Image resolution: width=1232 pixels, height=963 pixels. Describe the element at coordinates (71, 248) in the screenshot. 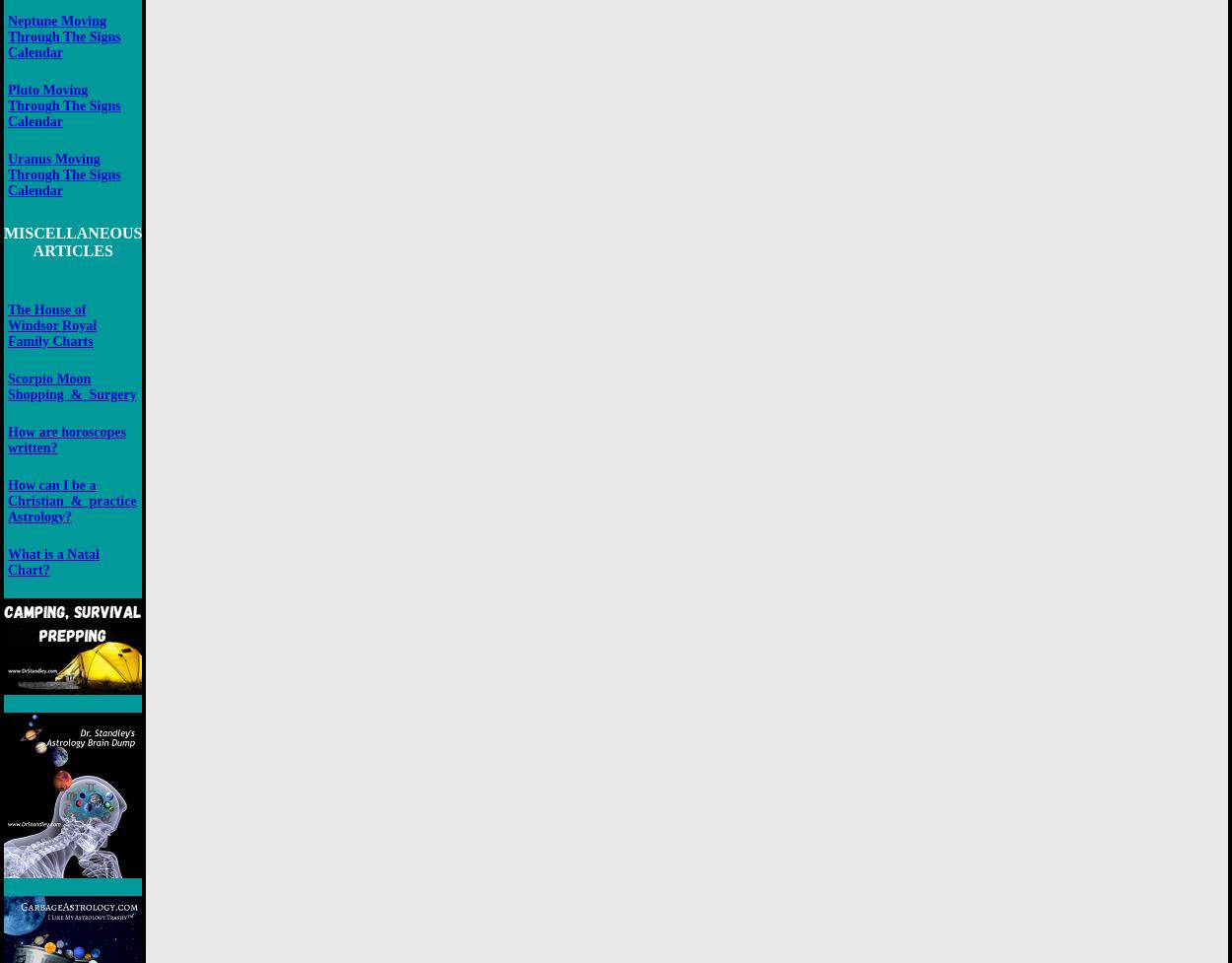

I see `'ARTICLES'` at that location.